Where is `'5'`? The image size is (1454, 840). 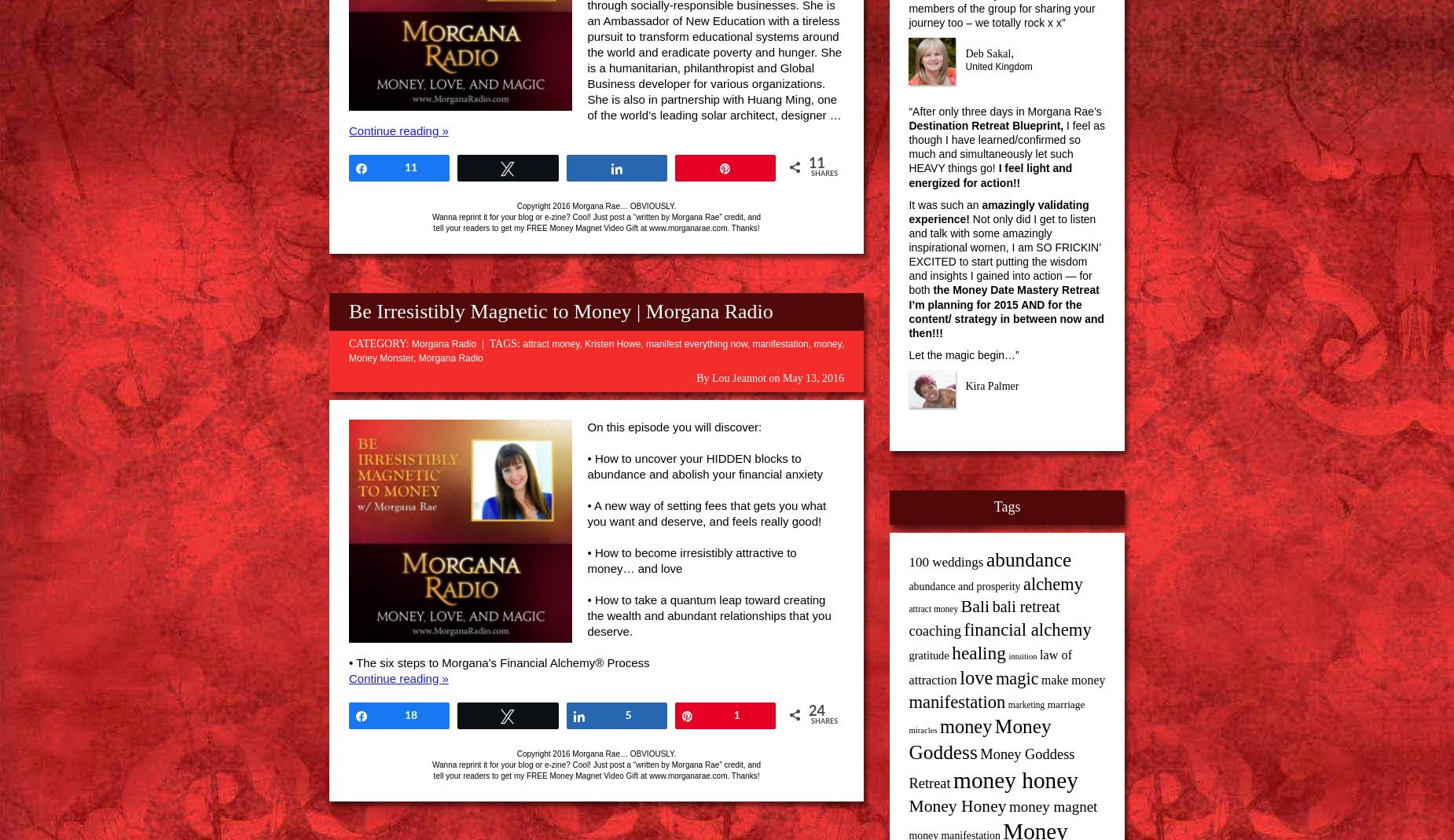 '5' is located at coordinates (628, 714).